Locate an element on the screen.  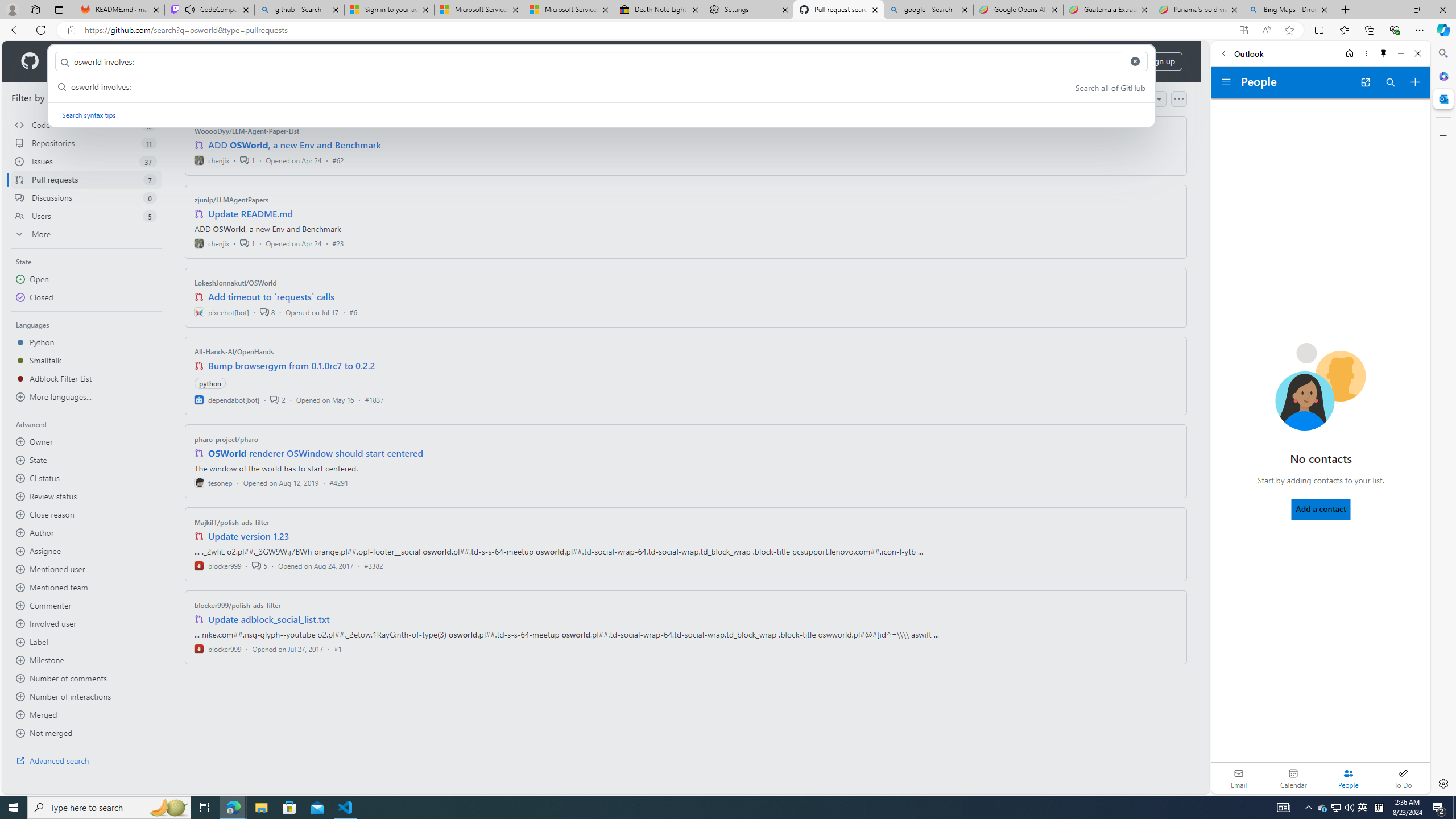
'Calendar. Date today is 22' is located at coordinates (1293, 777).